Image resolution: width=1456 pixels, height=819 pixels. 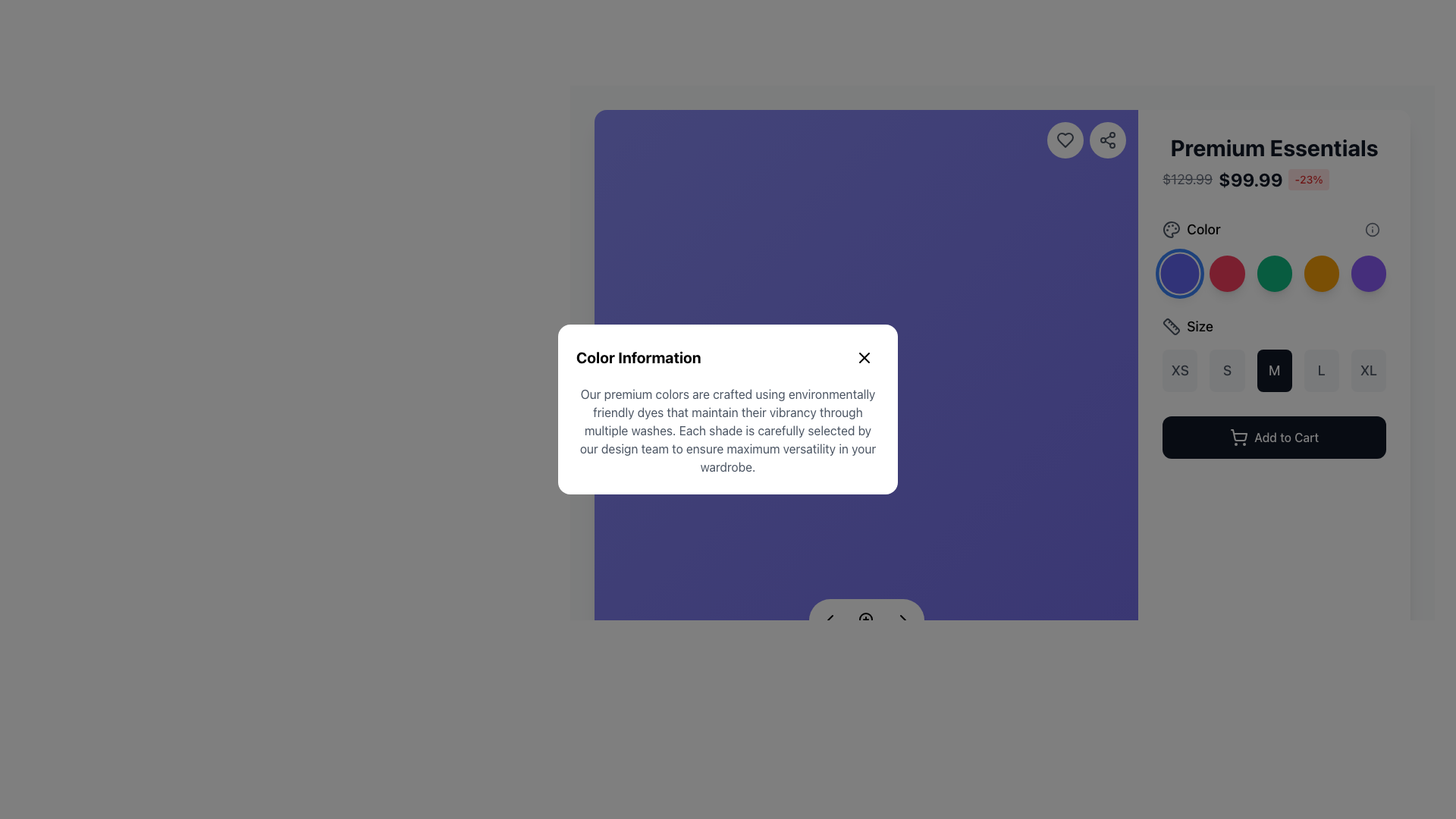 What do you see at coordinates (1274, 274) in the screenshot?
I see `the third circular color selector button labeled 'Forest Green'` at bounding box center [1274, 274].